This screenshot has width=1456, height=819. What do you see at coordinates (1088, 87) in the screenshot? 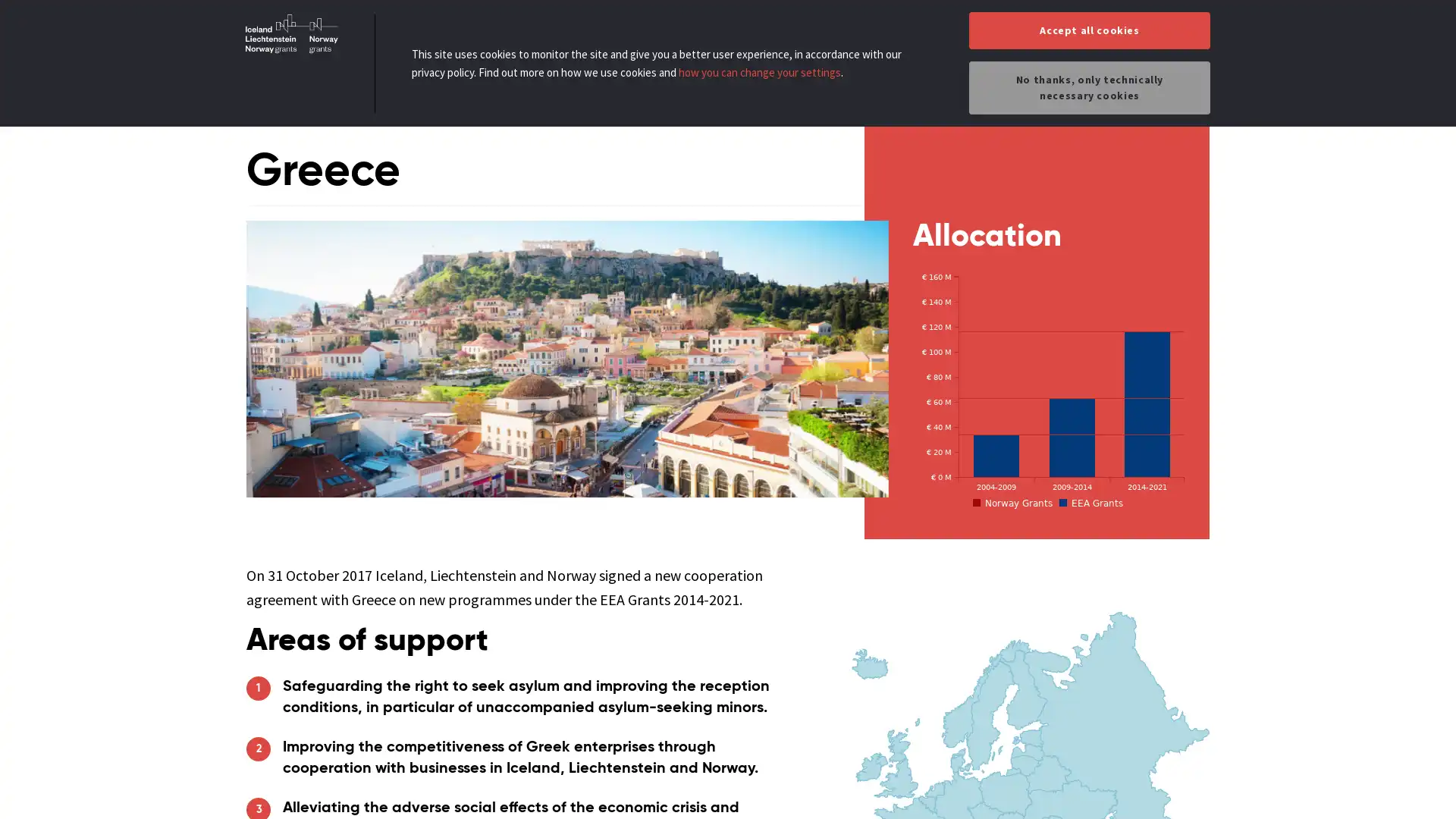
I see `No thanks, only technically necessary cookies` at bounding box center [1088, 87].